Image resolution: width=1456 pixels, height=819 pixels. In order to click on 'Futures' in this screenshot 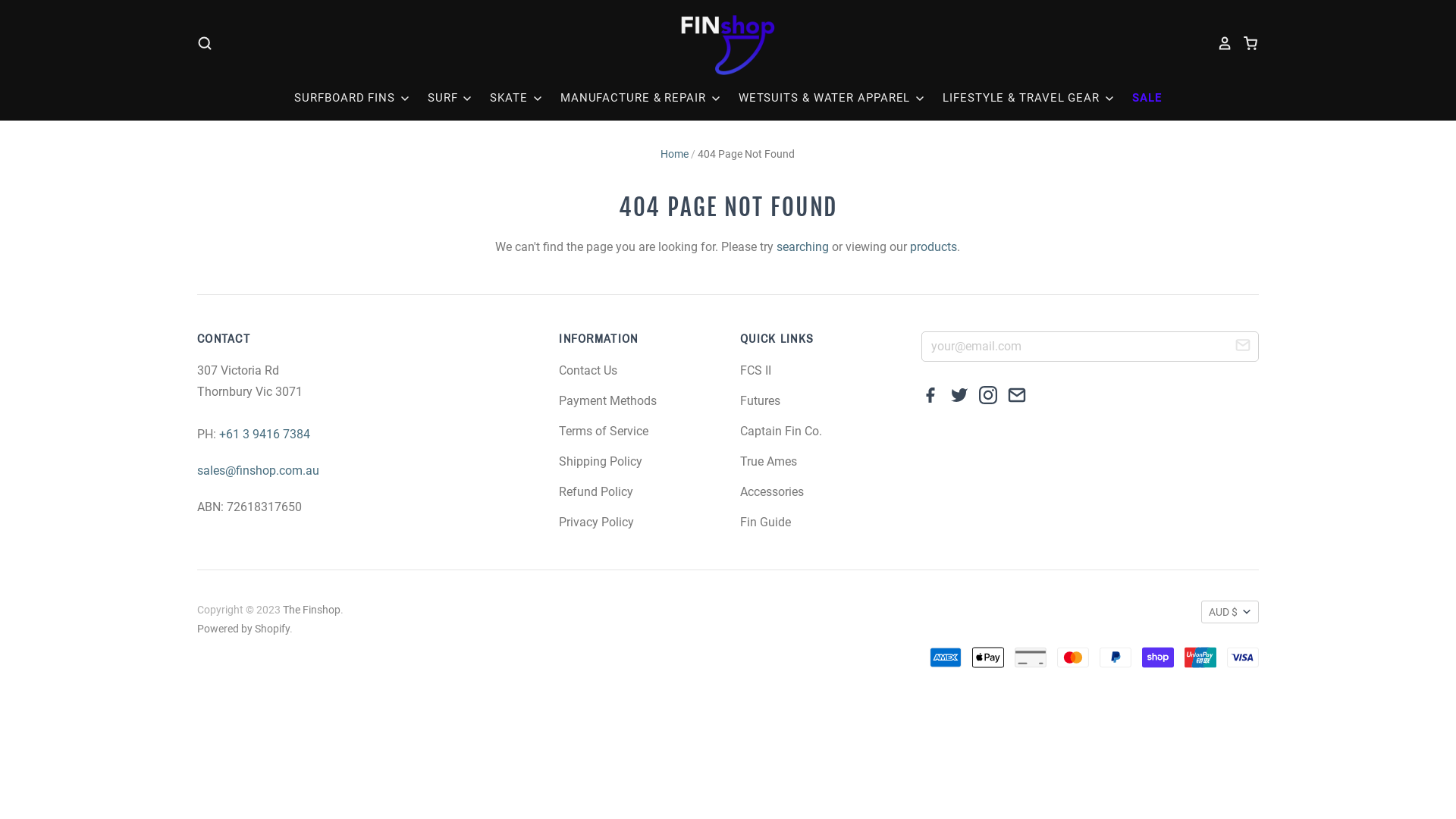, I will do `click(760, 400)`.